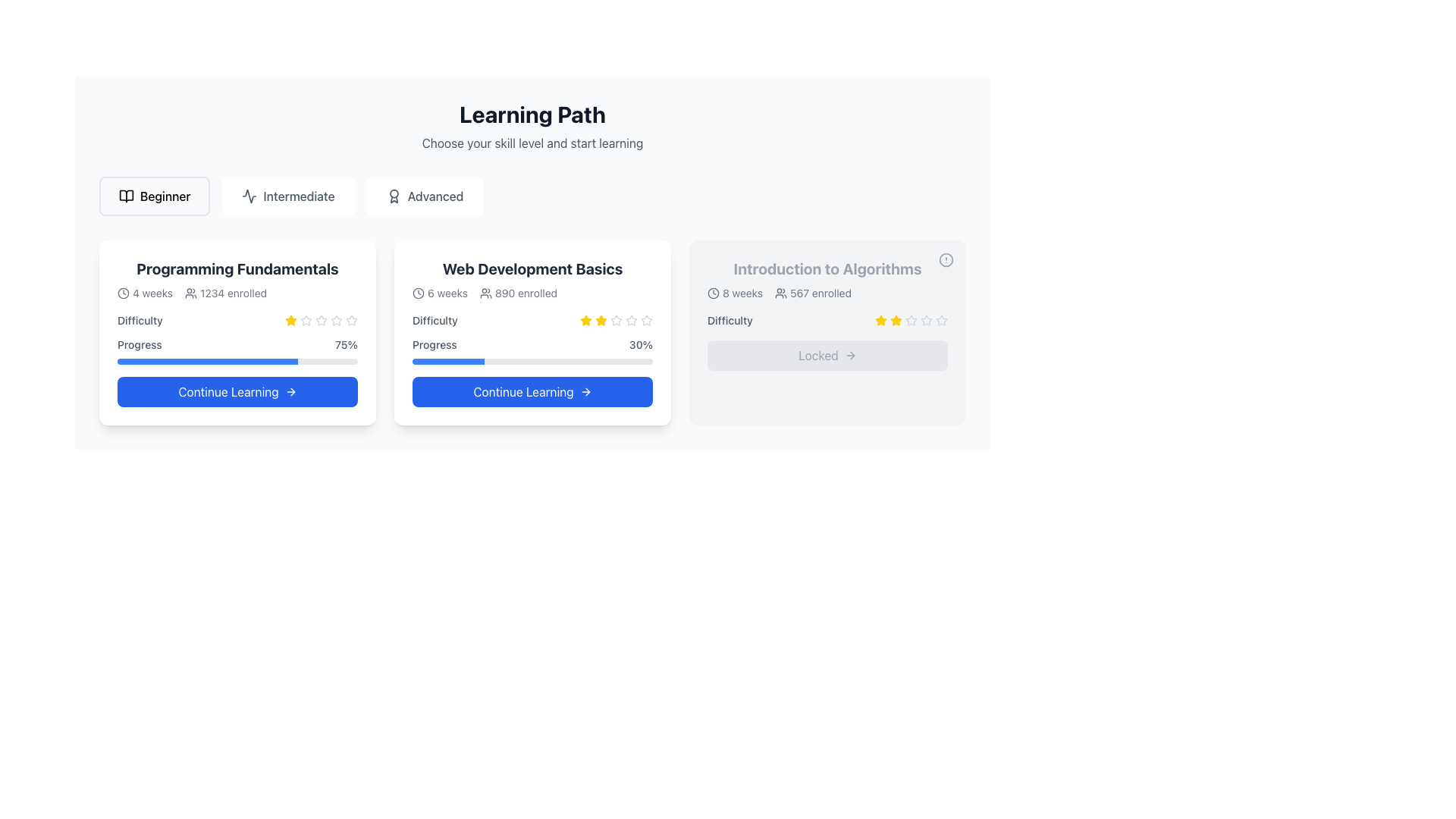  Describe the element at coordinates (532, 293) in the screenshot. I see `the informational group displaying '6 weeks' and '890 enrolled' with respective icons, located below 'Web Development Basics' in the second card from the left` at that location.